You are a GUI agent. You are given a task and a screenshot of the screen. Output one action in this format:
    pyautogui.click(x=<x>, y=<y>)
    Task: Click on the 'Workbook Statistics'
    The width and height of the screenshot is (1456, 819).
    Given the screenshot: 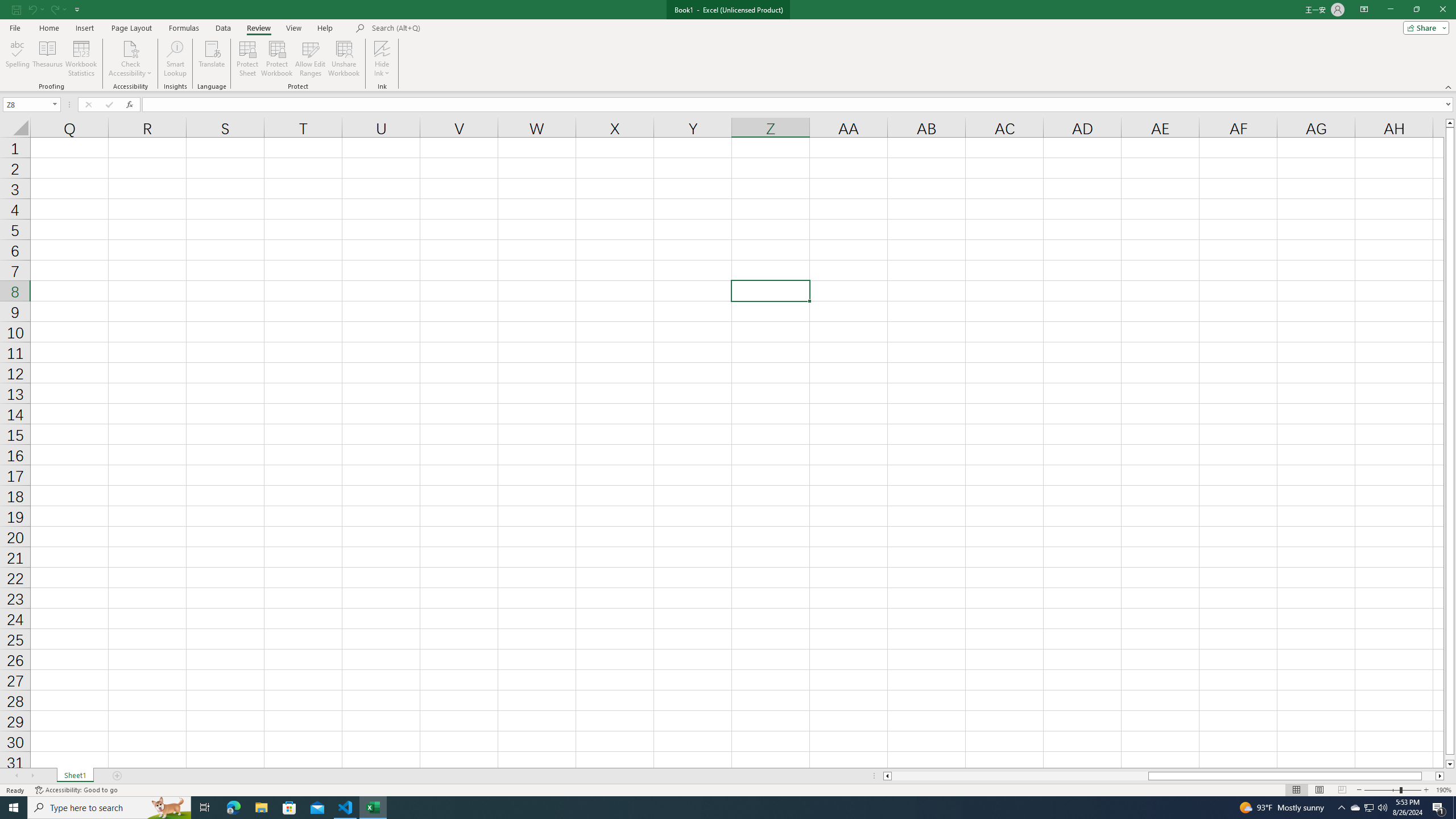 What is the action you would take?
    pyautogui.click(x=81, y=59)
    